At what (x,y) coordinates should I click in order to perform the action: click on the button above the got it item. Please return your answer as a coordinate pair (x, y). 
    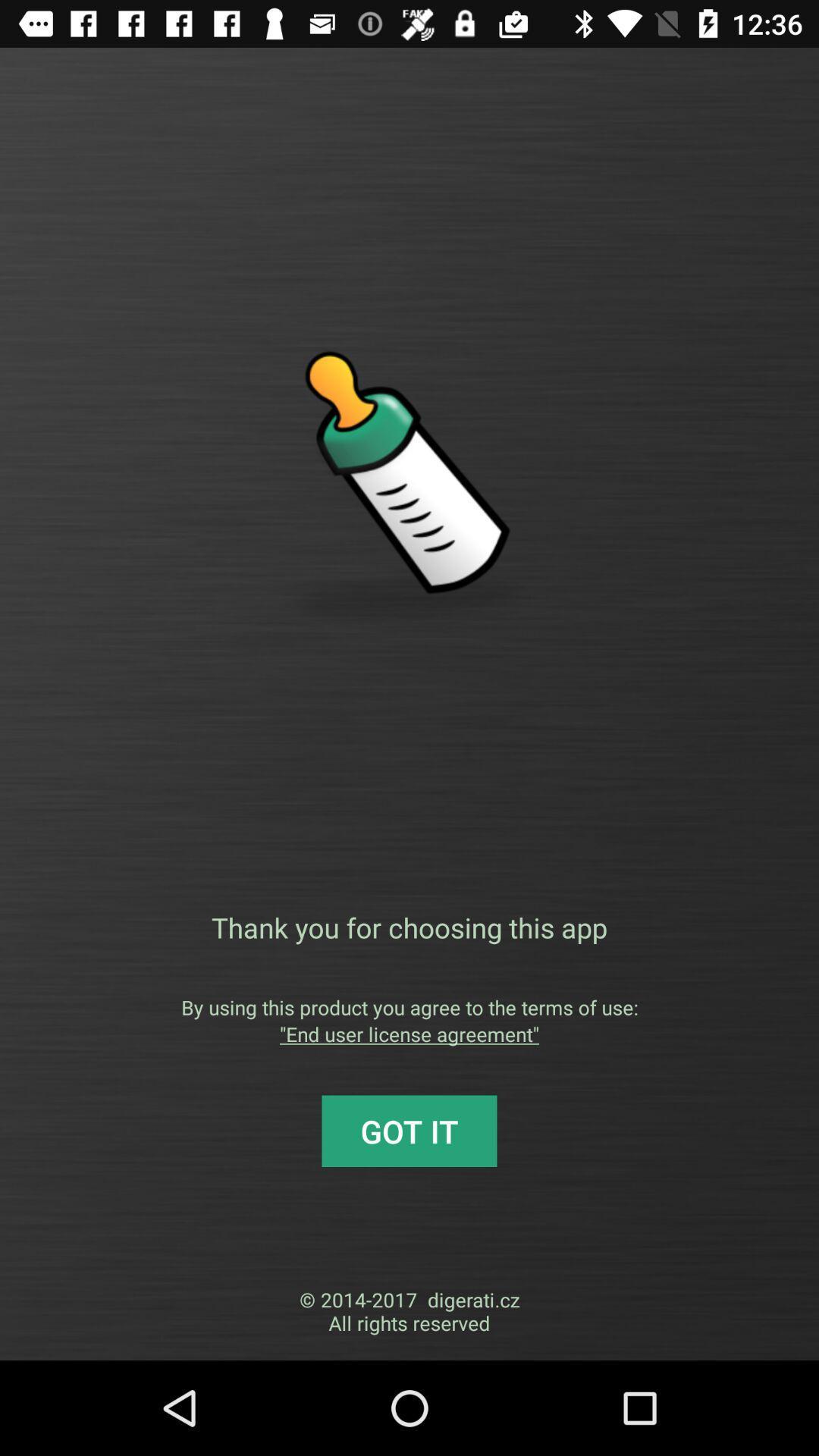
    Looking at the image, I should click on (409, 1033).